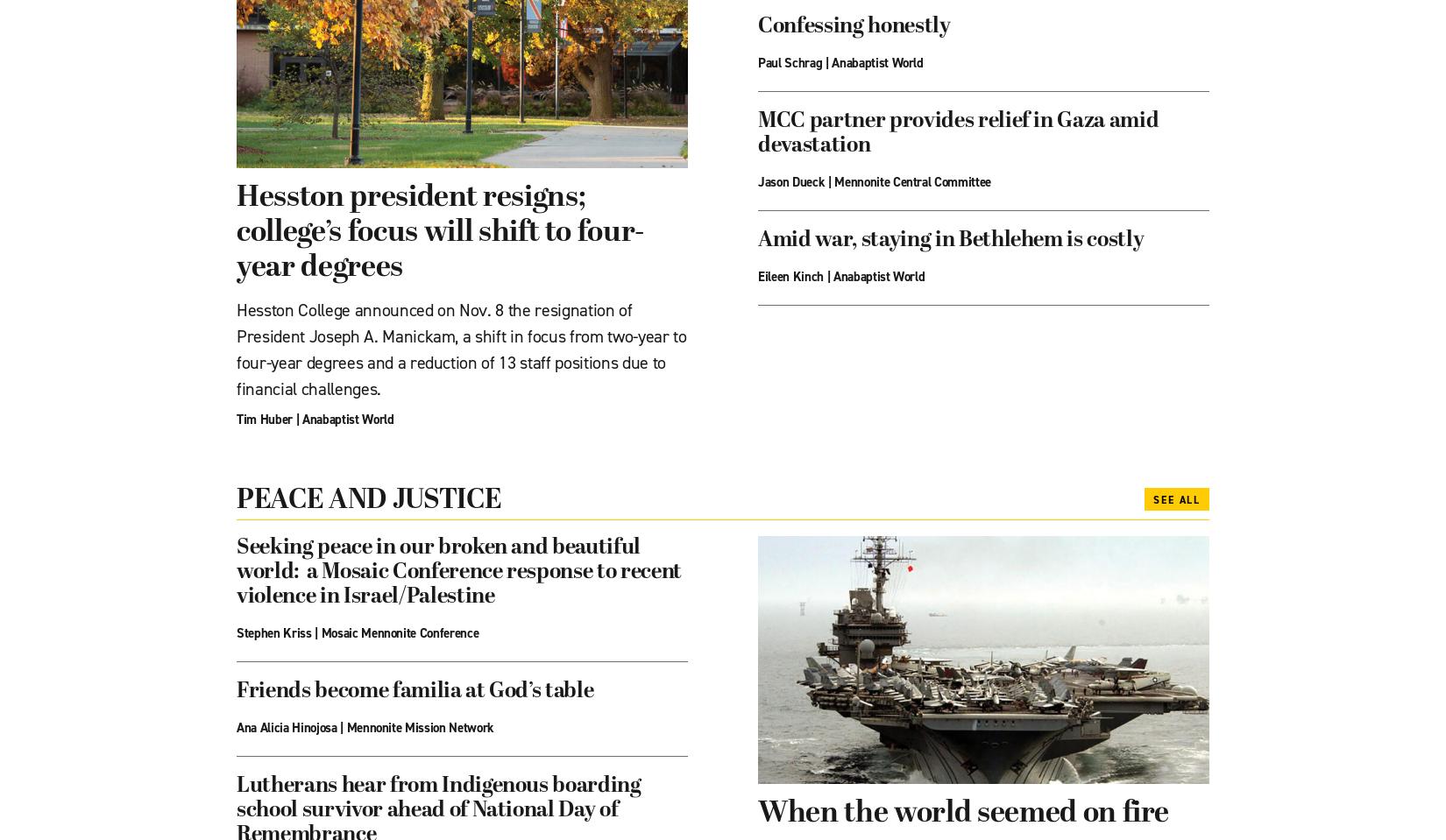  Describe the element at coordinates (790, 275) in the screenshot. I see `'Eileen Kinch'` at that location.